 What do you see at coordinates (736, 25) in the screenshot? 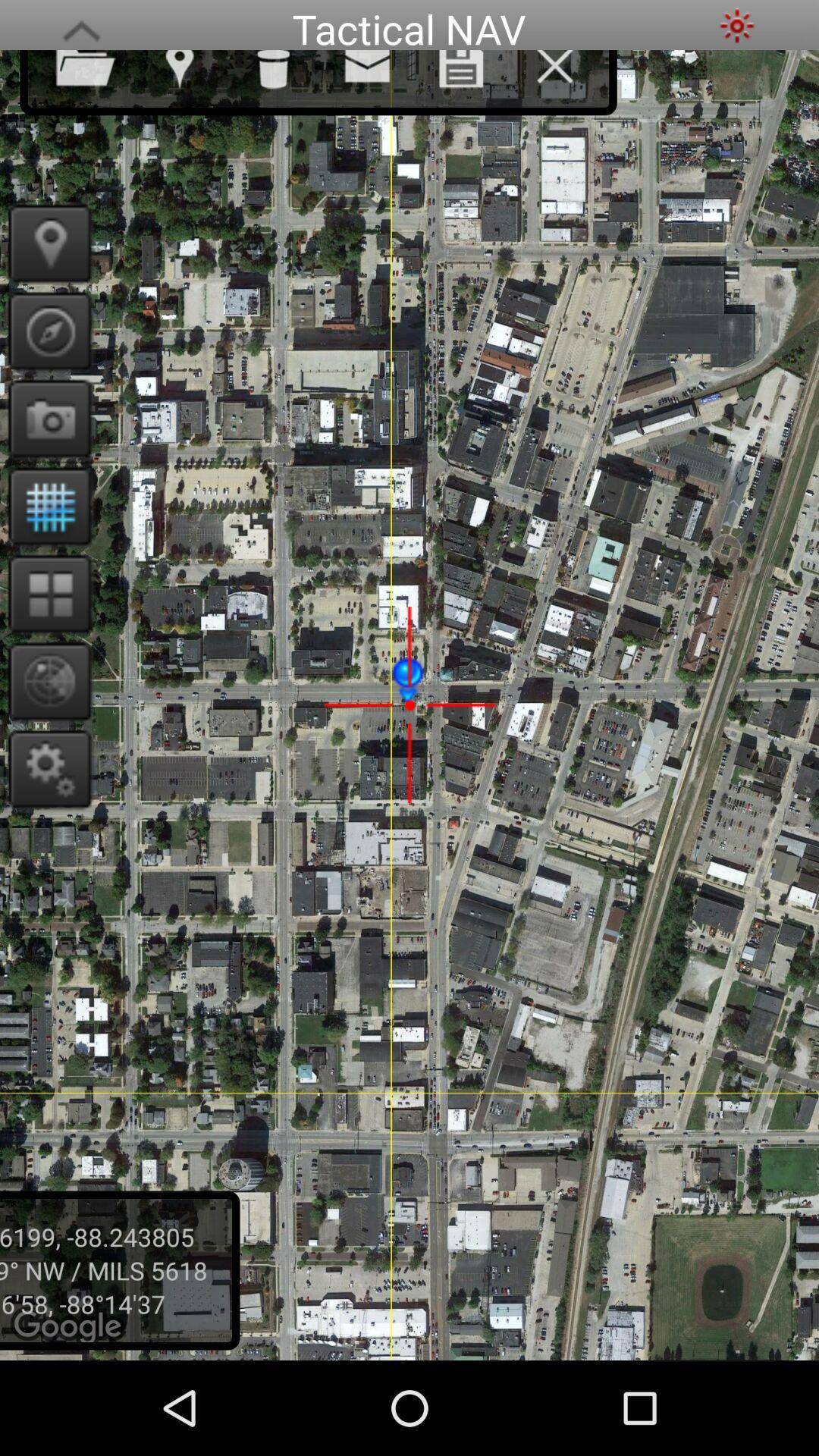
I see `dark theme option` at bounding box center [736, 25].